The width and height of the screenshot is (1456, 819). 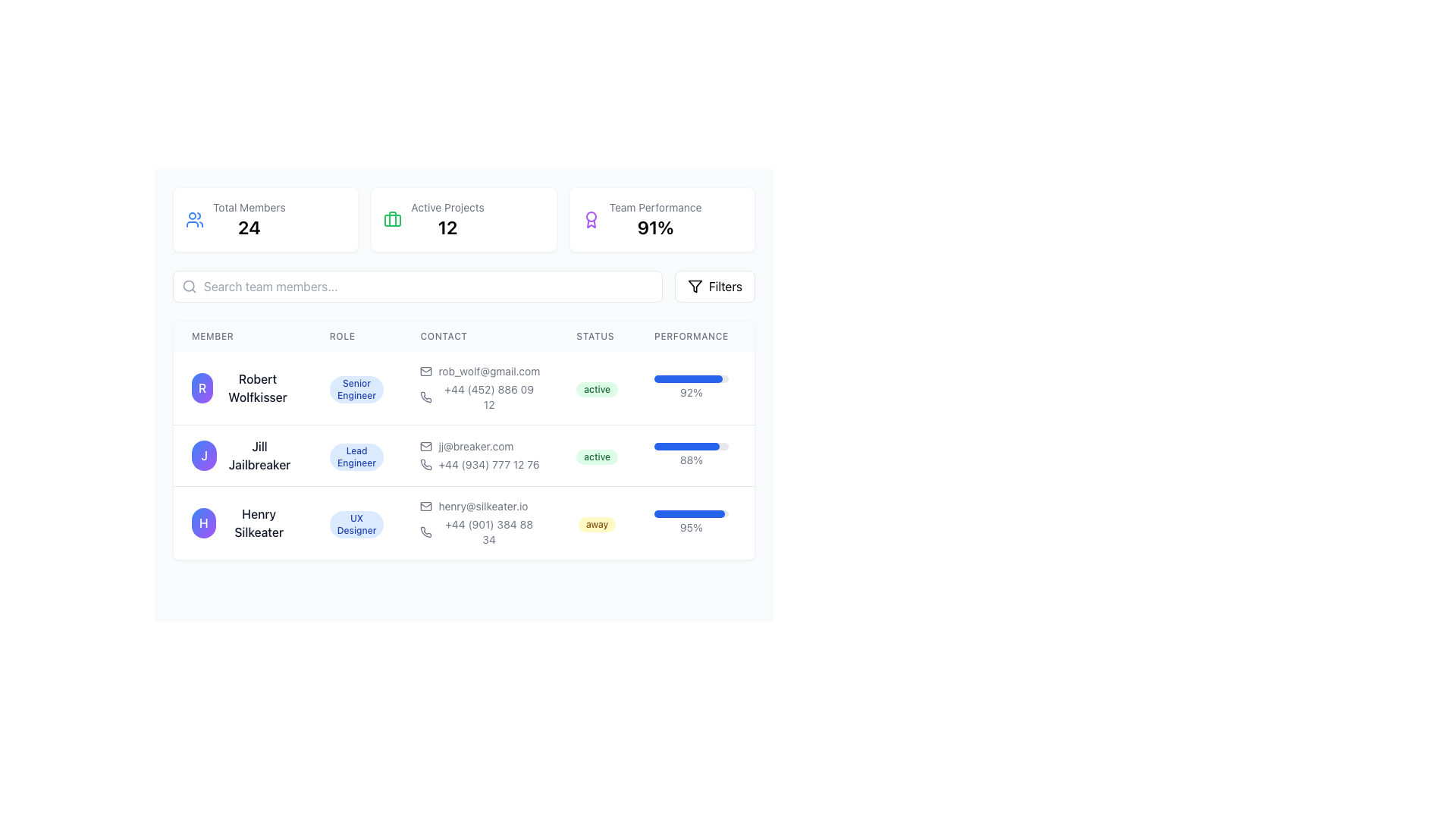 I want to click on the phone contact information Text Label located in the 'Contact' column of the second row in the table, directly below the email address, so click(x=479, y=464).